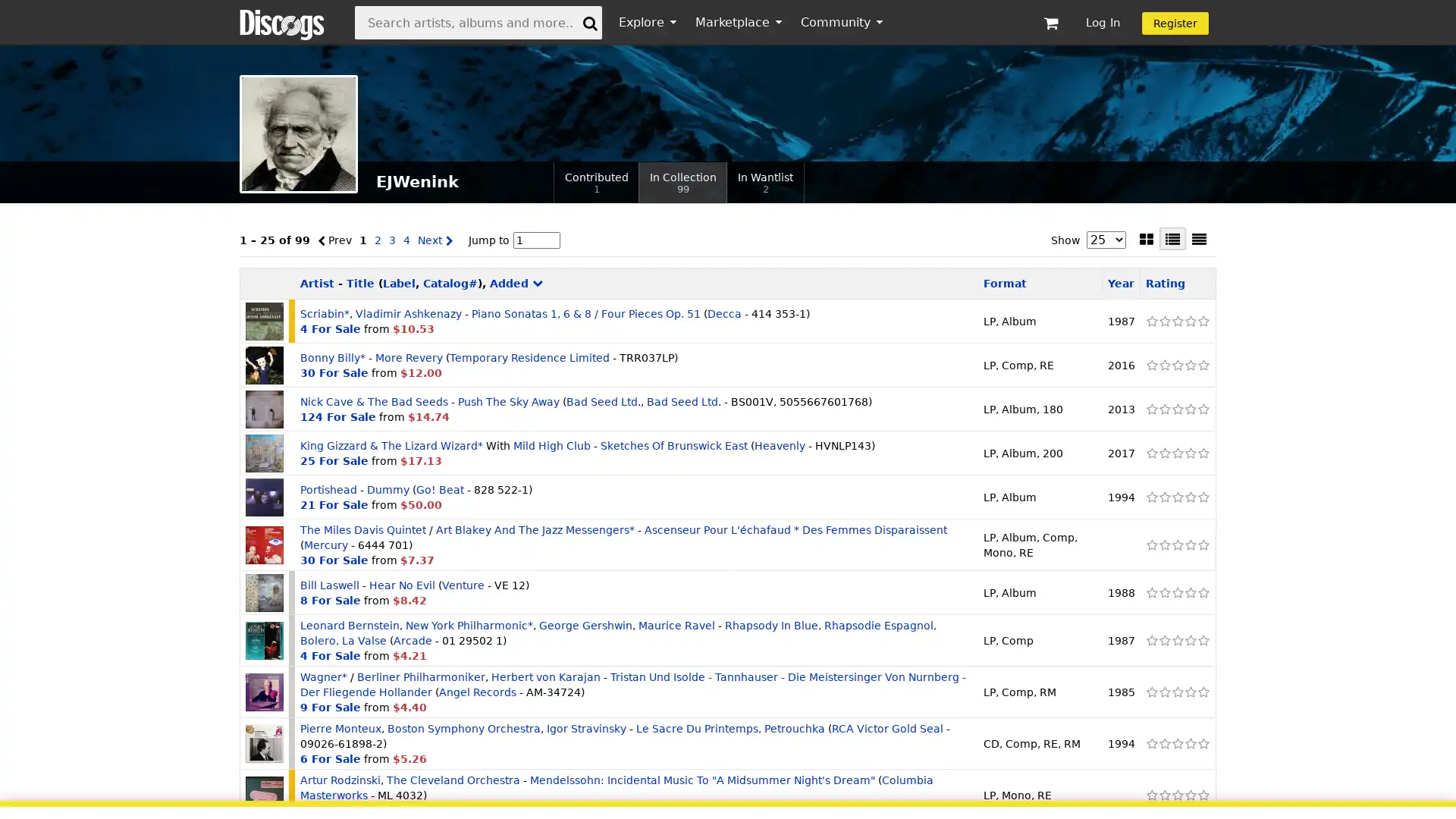 This screenshot has height=819, width=1456. Describe the element at coordinates (1202, 409) in the screenshot. I see `Rate this release 5 stars.` at that location.